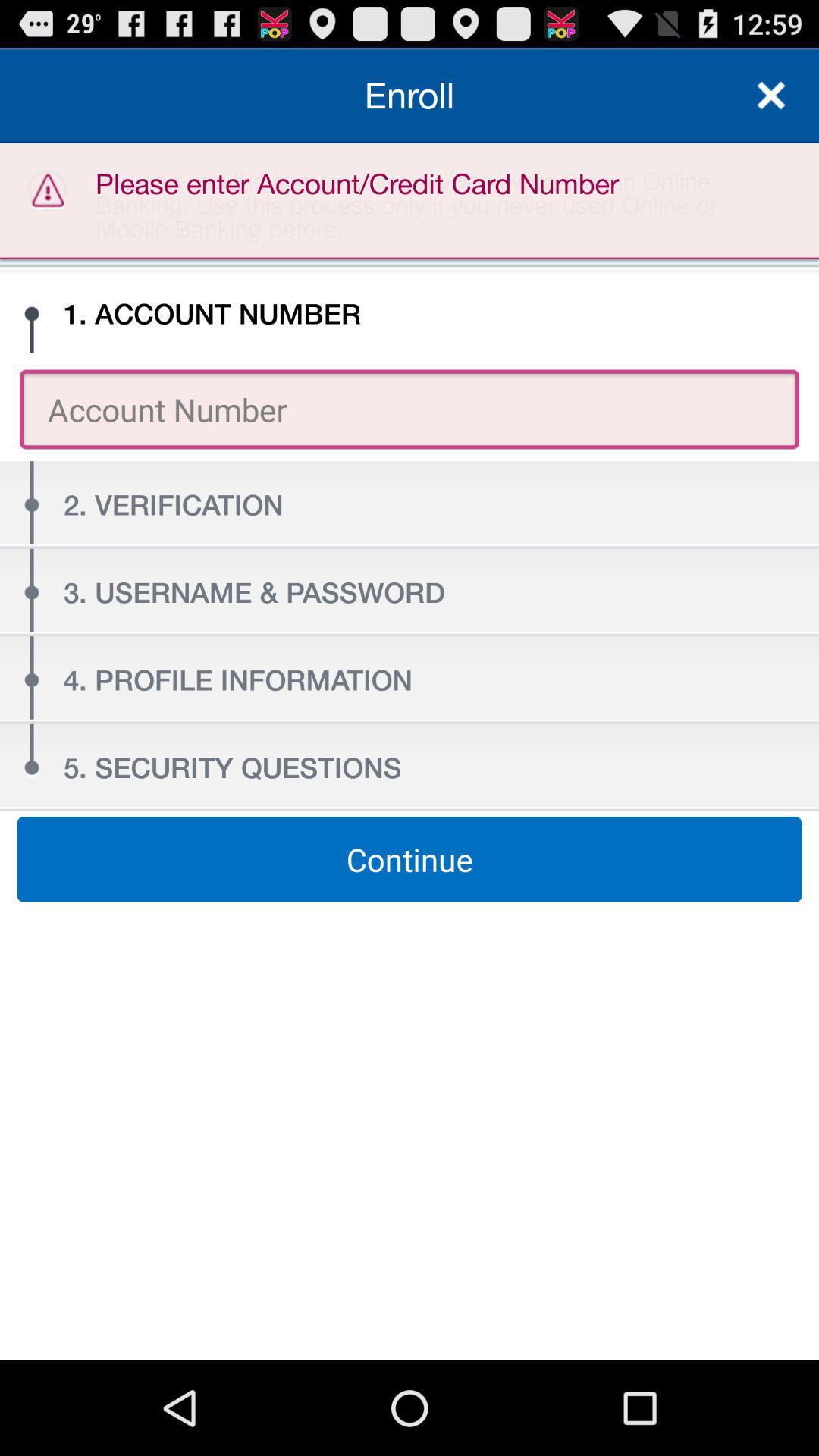  Describe the element at coordinates (771, 94) in the screenshot. I see `the icon at the top right corner` at that location.